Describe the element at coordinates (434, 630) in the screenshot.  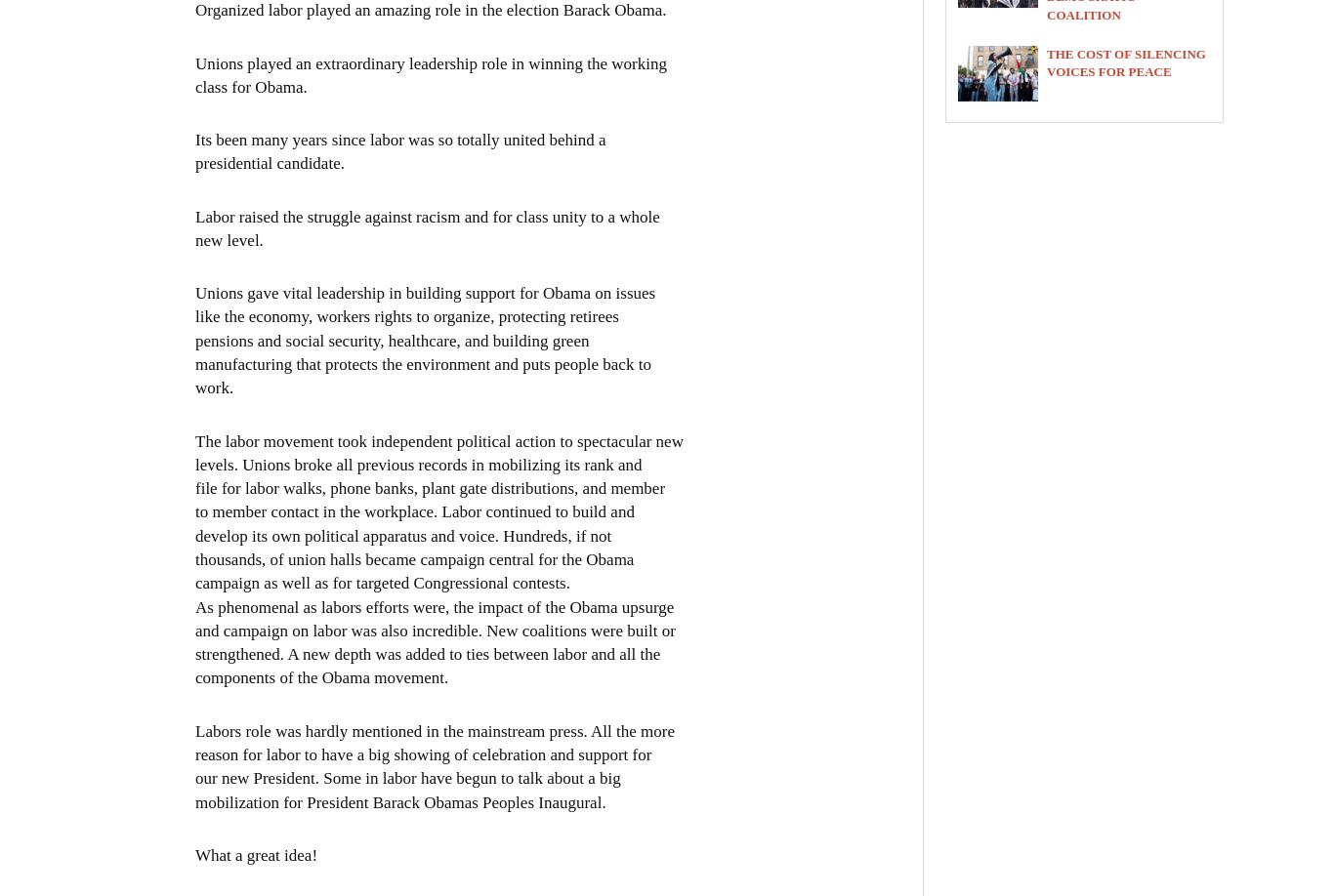
I see `'and campaign on labor was also incredible. New coalitions were built or'` at that location.